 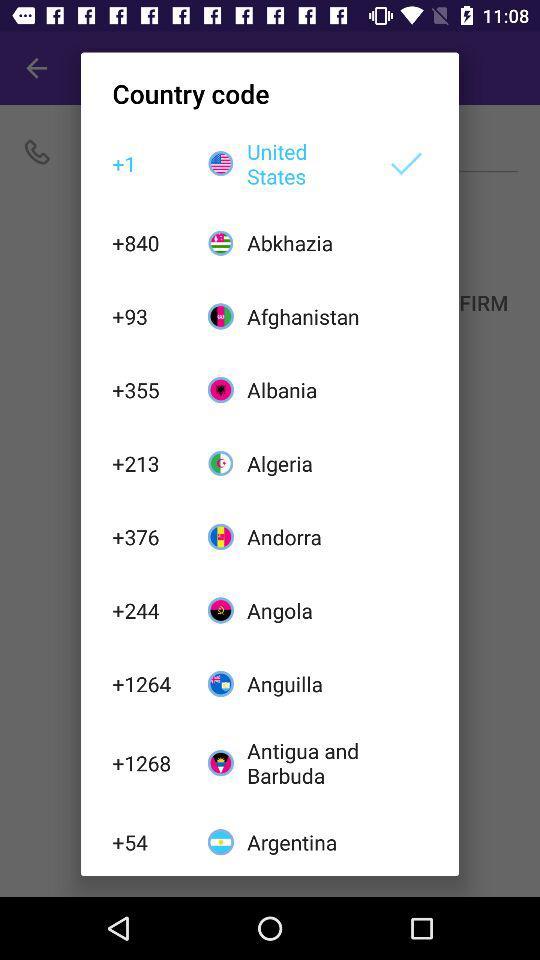 What do you see at coordinates (305, 388) in the screenshot?
I see `albania` at bounding box center [305, 388].